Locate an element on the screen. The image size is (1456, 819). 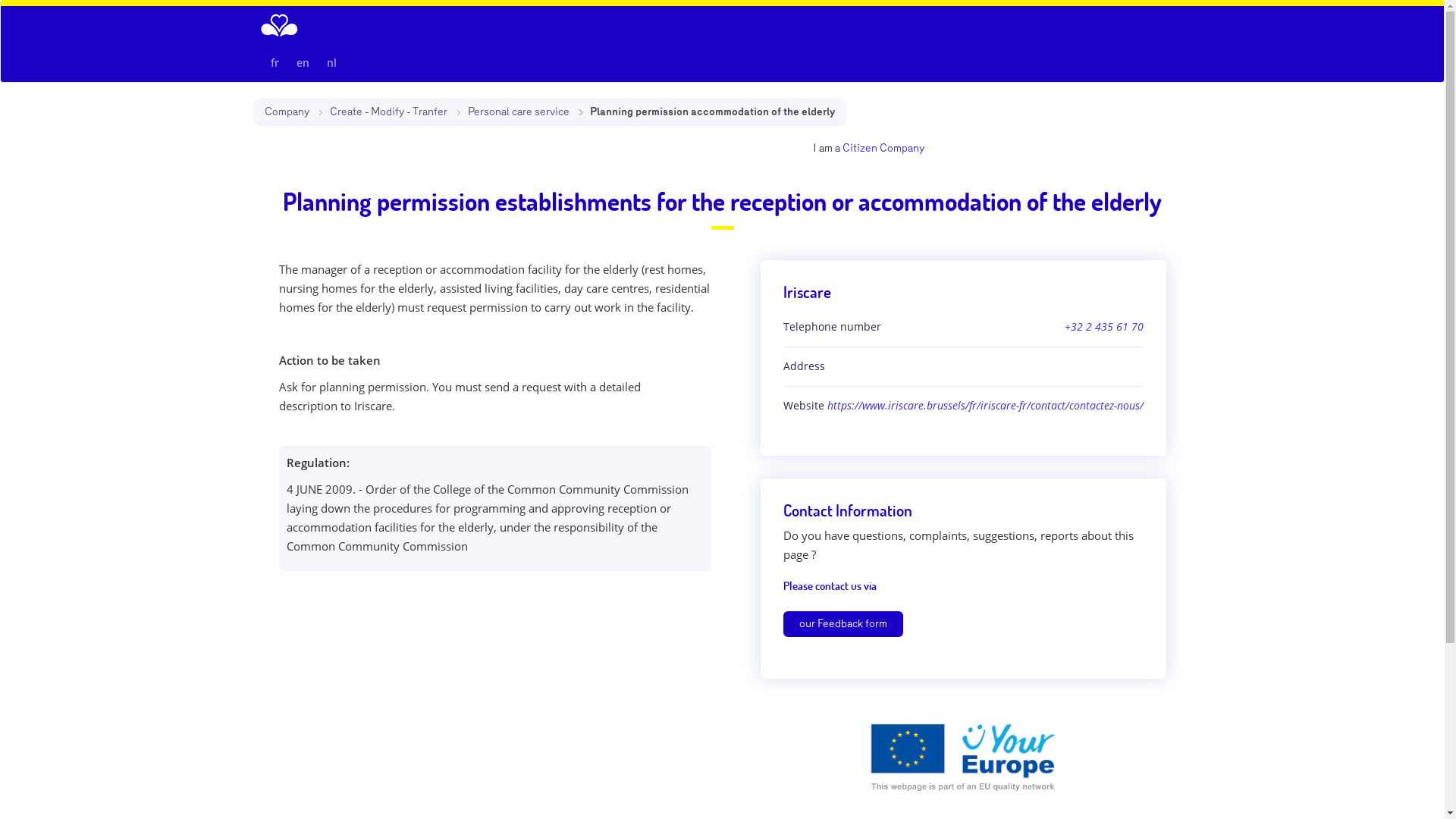
'Company' is located at coordinates (263, 111).